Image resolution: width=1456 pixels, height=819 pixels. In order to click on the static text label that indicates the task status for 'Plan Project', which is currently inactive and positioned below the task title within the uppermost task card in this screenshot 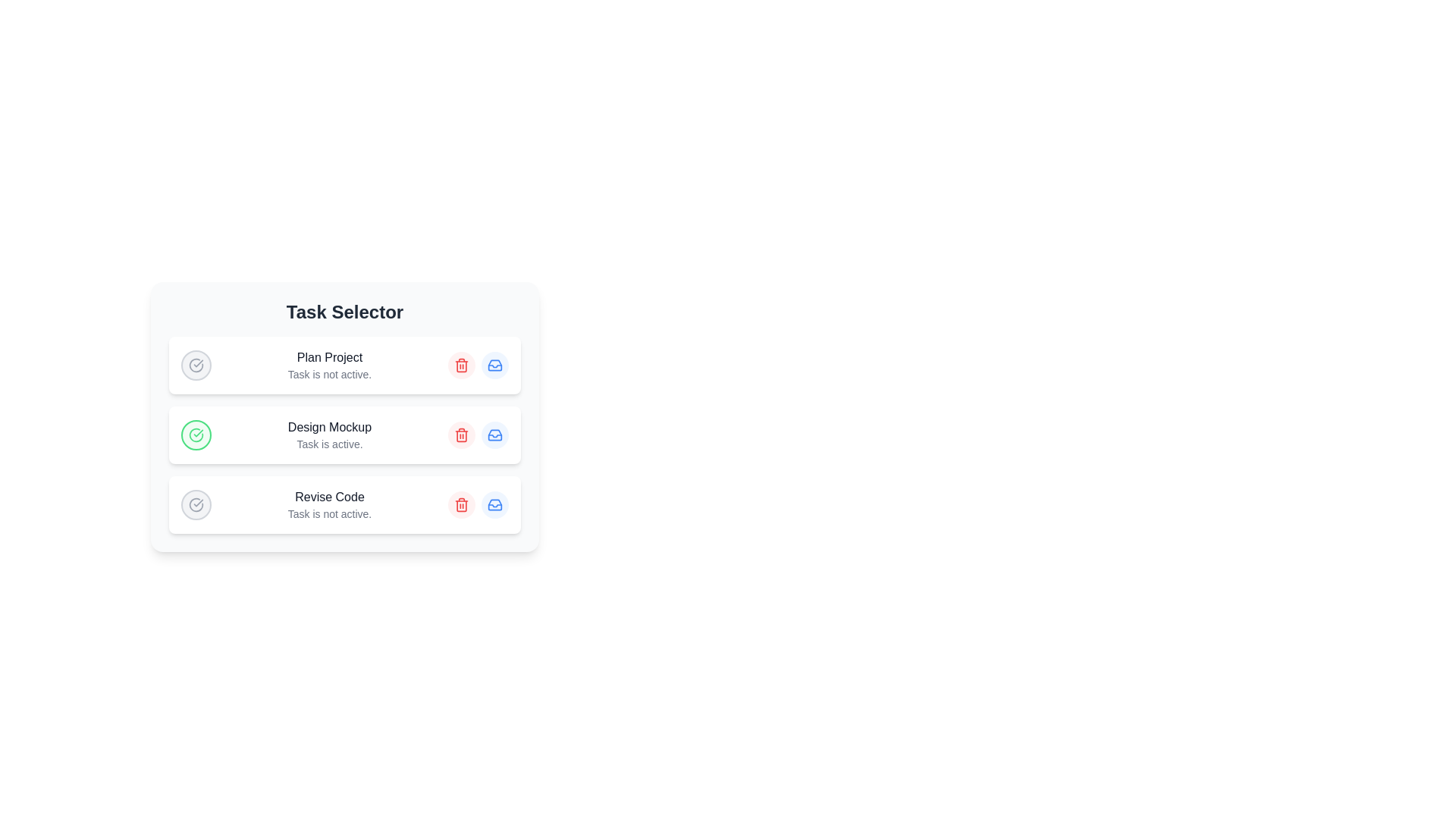, I will do `click(329, 374)`.